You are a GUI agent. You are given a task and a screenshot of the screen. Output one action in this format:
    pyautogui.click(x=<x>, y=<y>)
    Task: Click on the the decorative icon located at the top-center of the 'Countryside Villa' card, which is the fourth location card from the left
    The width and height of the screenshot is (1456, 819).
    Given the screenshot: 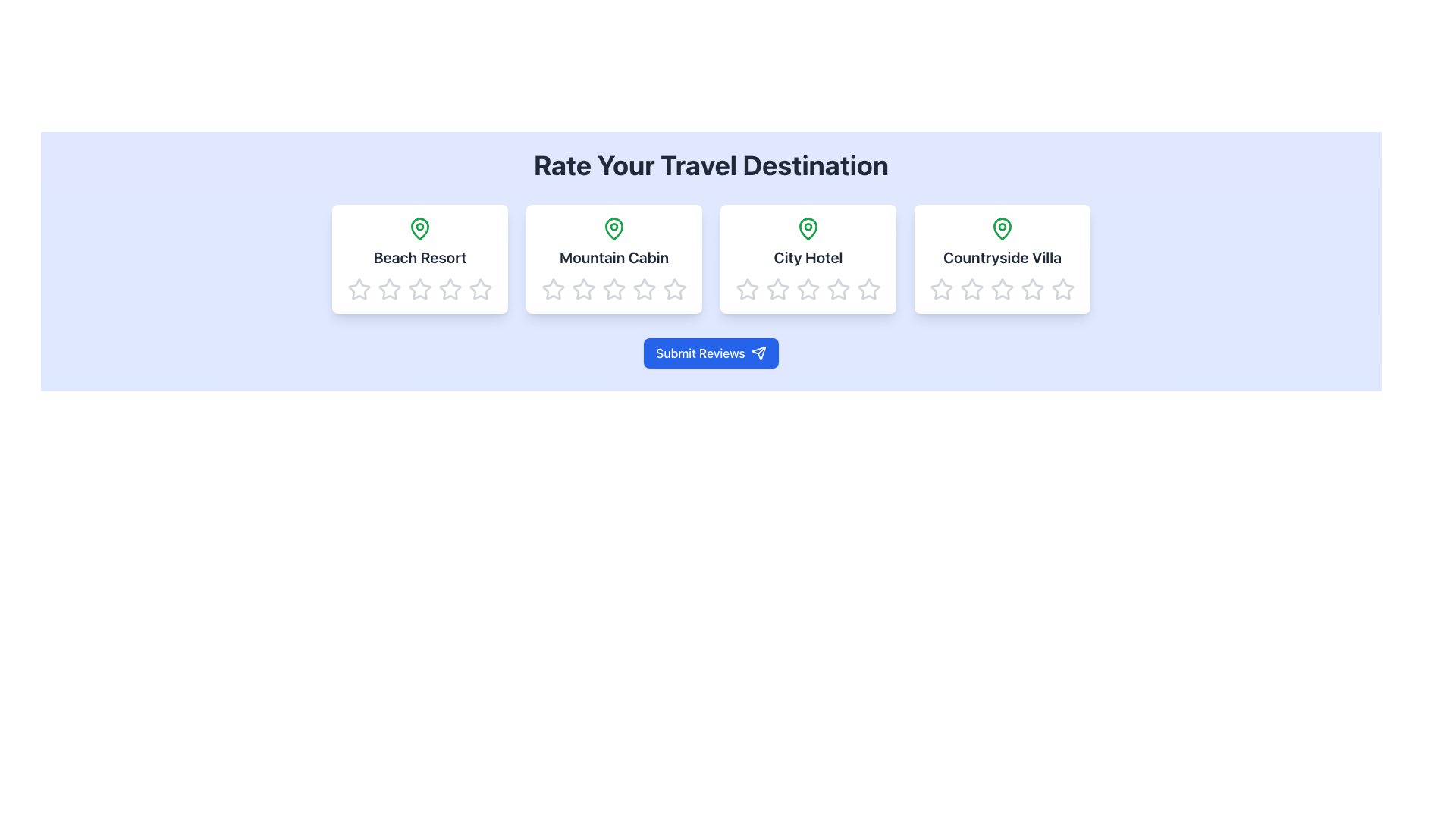 What is the action you would take?
    pyautogui.click(x=1002, y=227)
    